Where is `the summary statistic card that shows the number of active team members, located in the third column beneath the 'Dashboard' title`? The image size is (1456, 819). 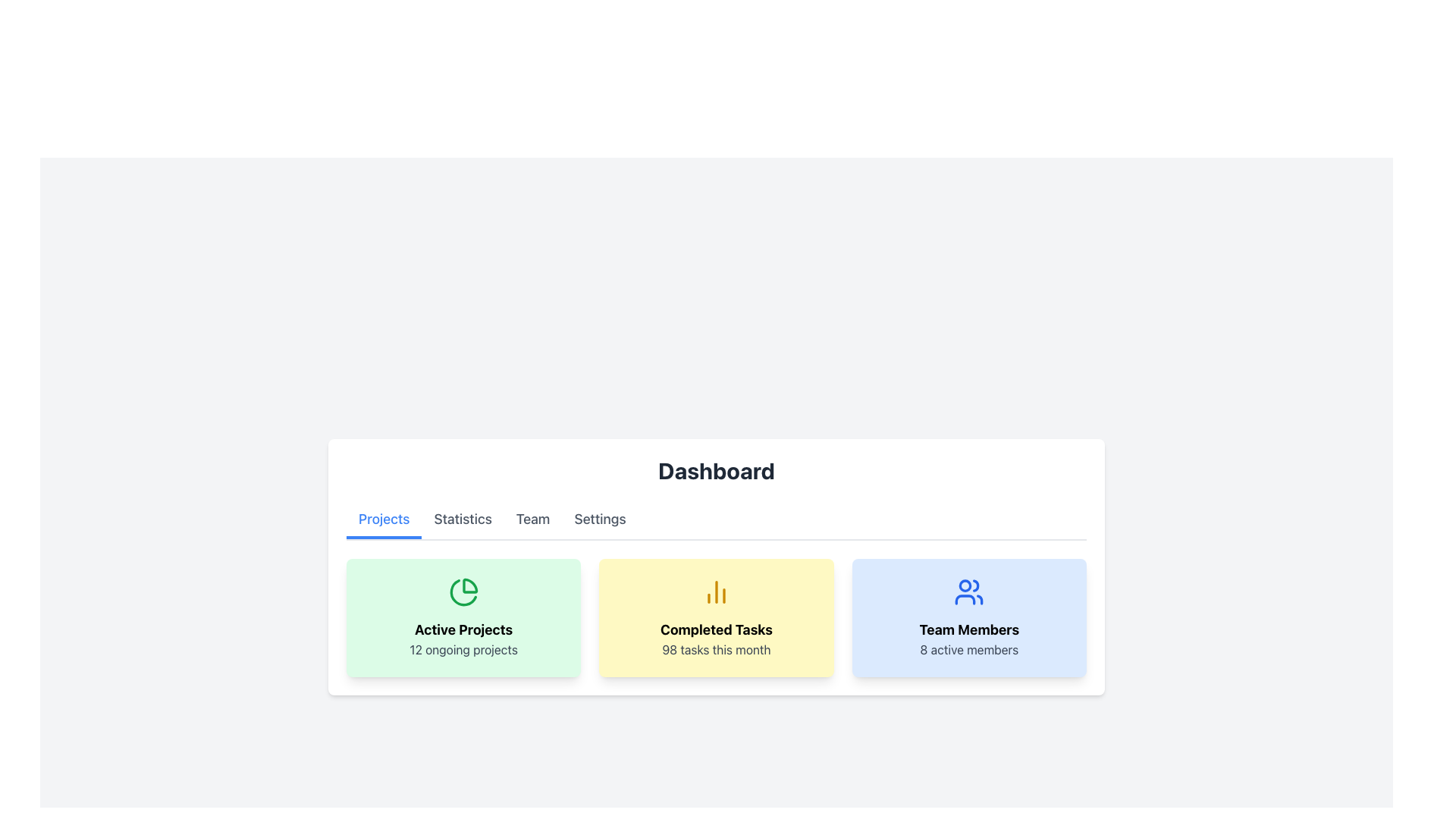 the summary statistic card that shows the number of active team members, located in the third column beneath the 'Dashboard' title is located at coordinates (968, 617).